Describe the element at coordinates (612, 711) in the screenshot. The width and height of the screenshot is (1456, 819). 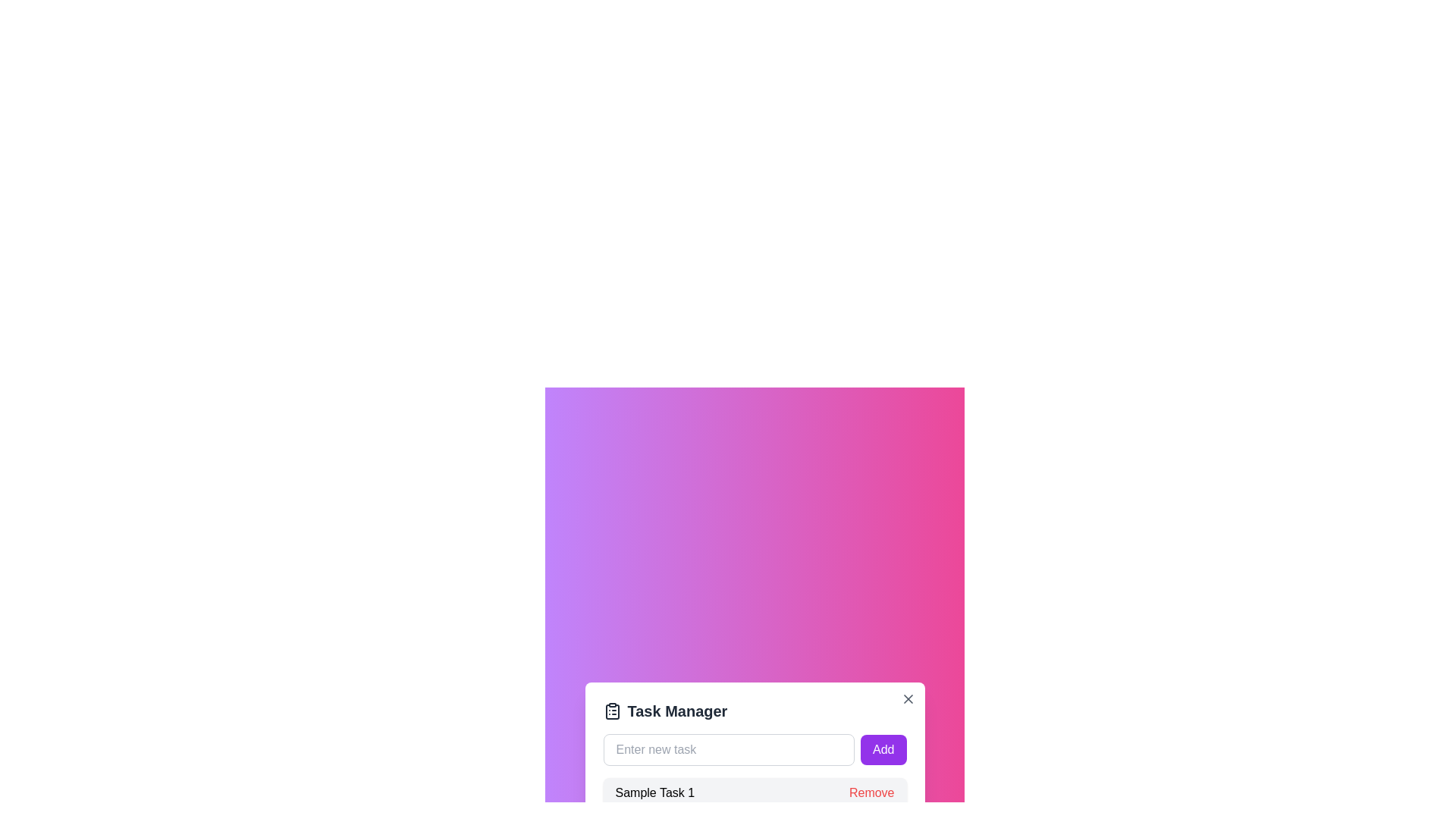
I see `the clipboard icon represented as a rectangular shape with rounded corners located in the top-left corner of the 'Task Manager' modal dialog` at that location.